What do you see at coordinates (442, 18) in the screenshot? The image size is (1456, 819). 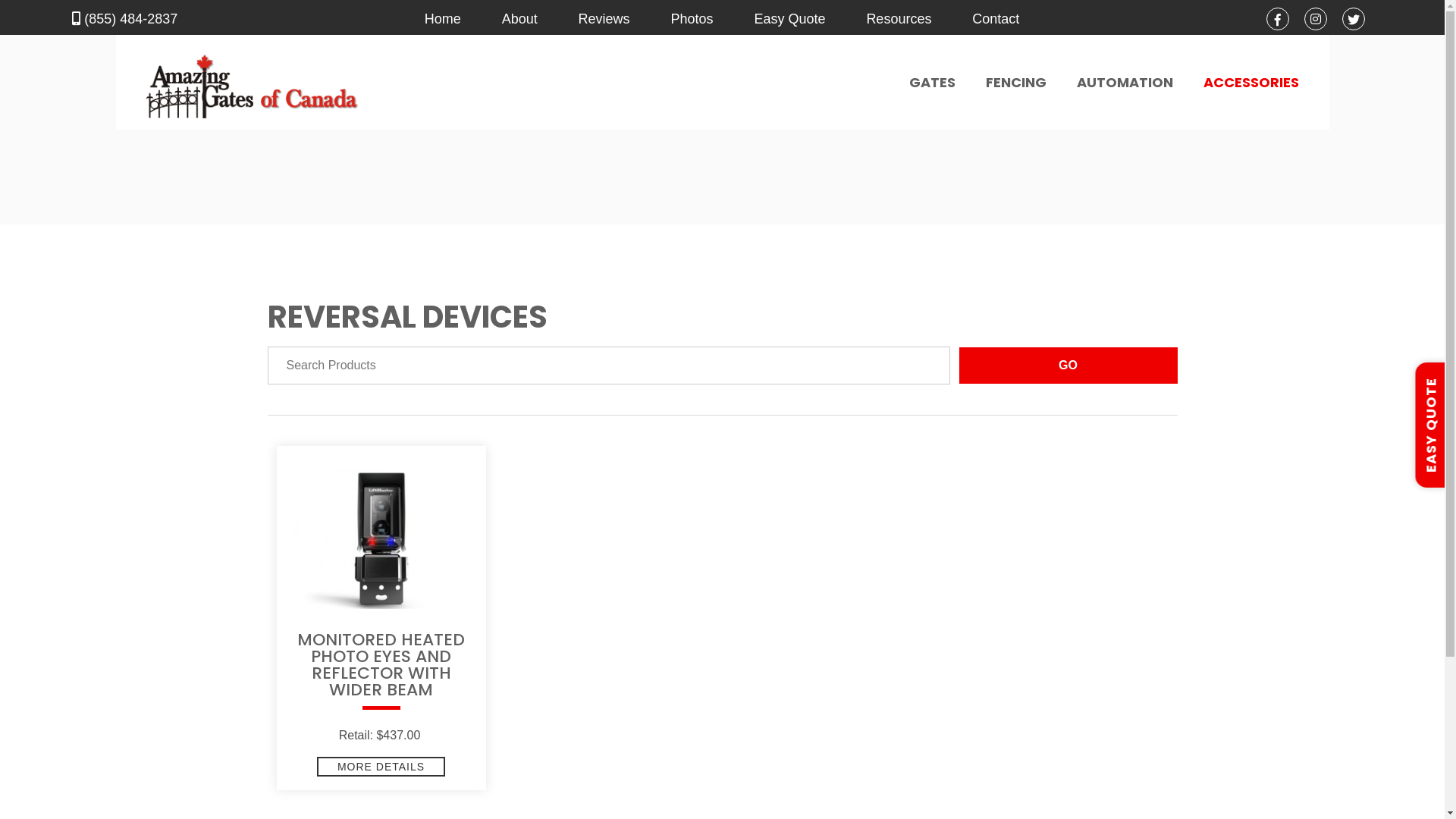 I see `'Home'` at bounding box center [442, 18].